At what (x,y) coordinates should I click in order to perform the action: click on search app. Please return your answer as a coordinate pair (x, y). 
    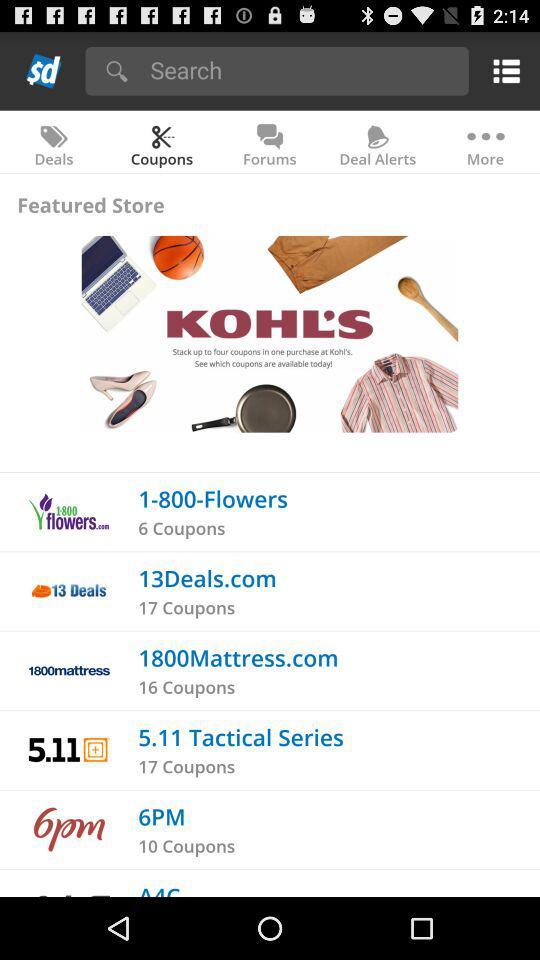
    Looking at the image, I should click on (302, 69).